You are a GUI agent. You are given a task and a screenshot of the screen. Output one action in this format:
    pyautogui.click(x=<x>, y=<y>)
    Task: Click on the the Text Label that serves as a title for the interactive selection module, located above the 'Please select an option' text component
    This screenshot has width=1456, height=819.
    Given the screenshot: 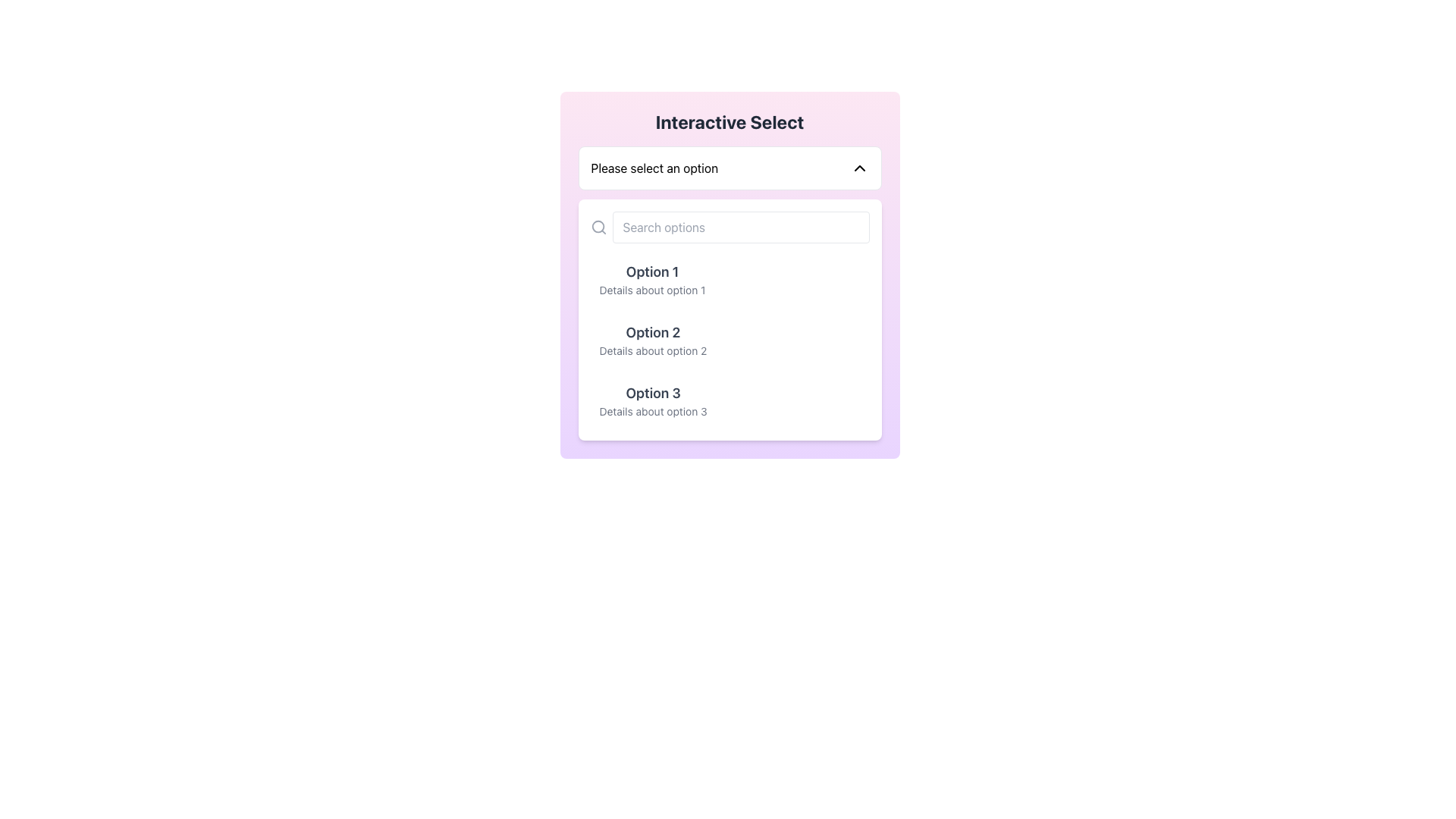 What is the action you would take?
    pyautogui.click(x=730, y=121)
    